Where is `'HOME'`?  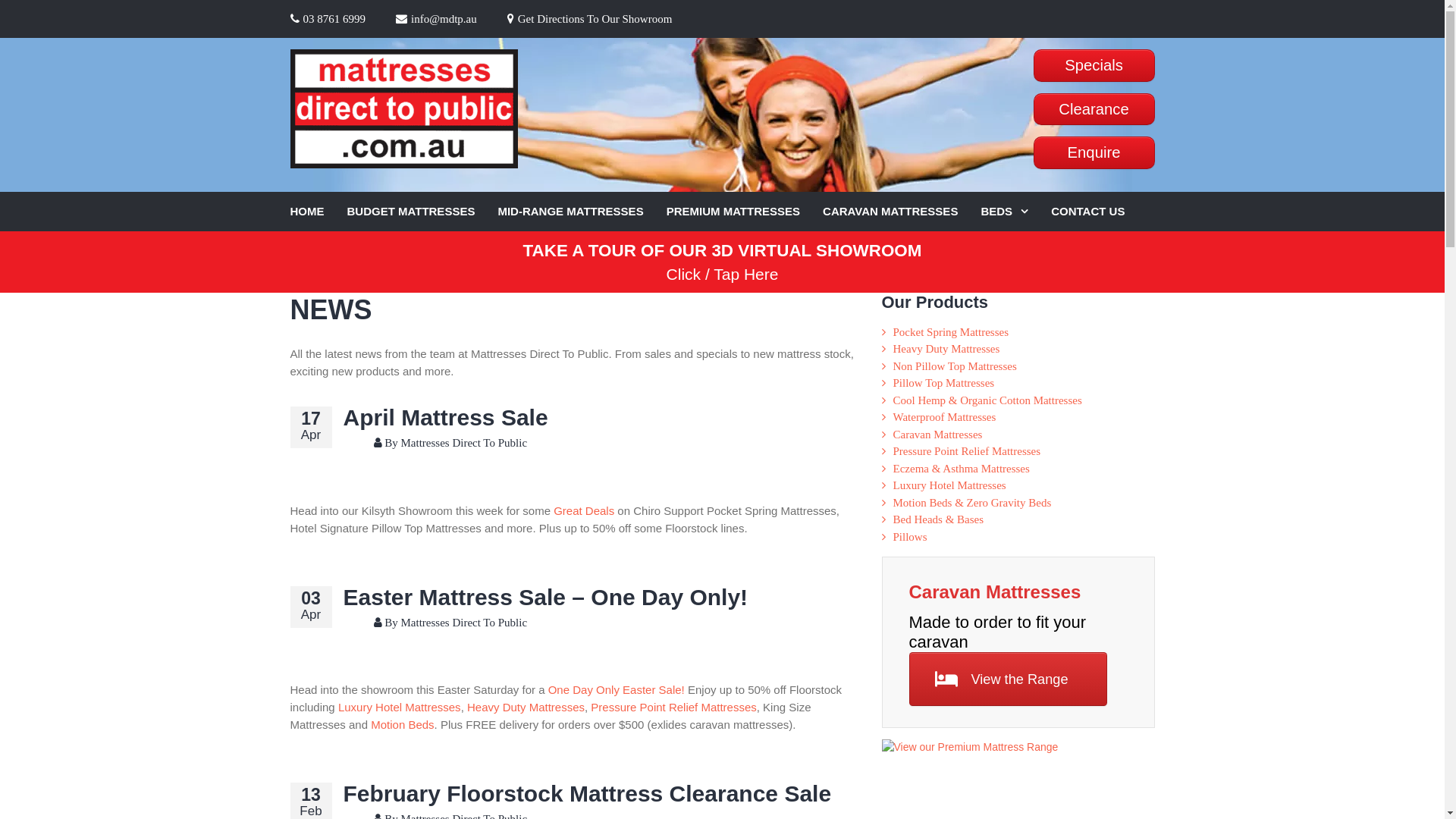
'HOME' is located at coordinates (317, 212).